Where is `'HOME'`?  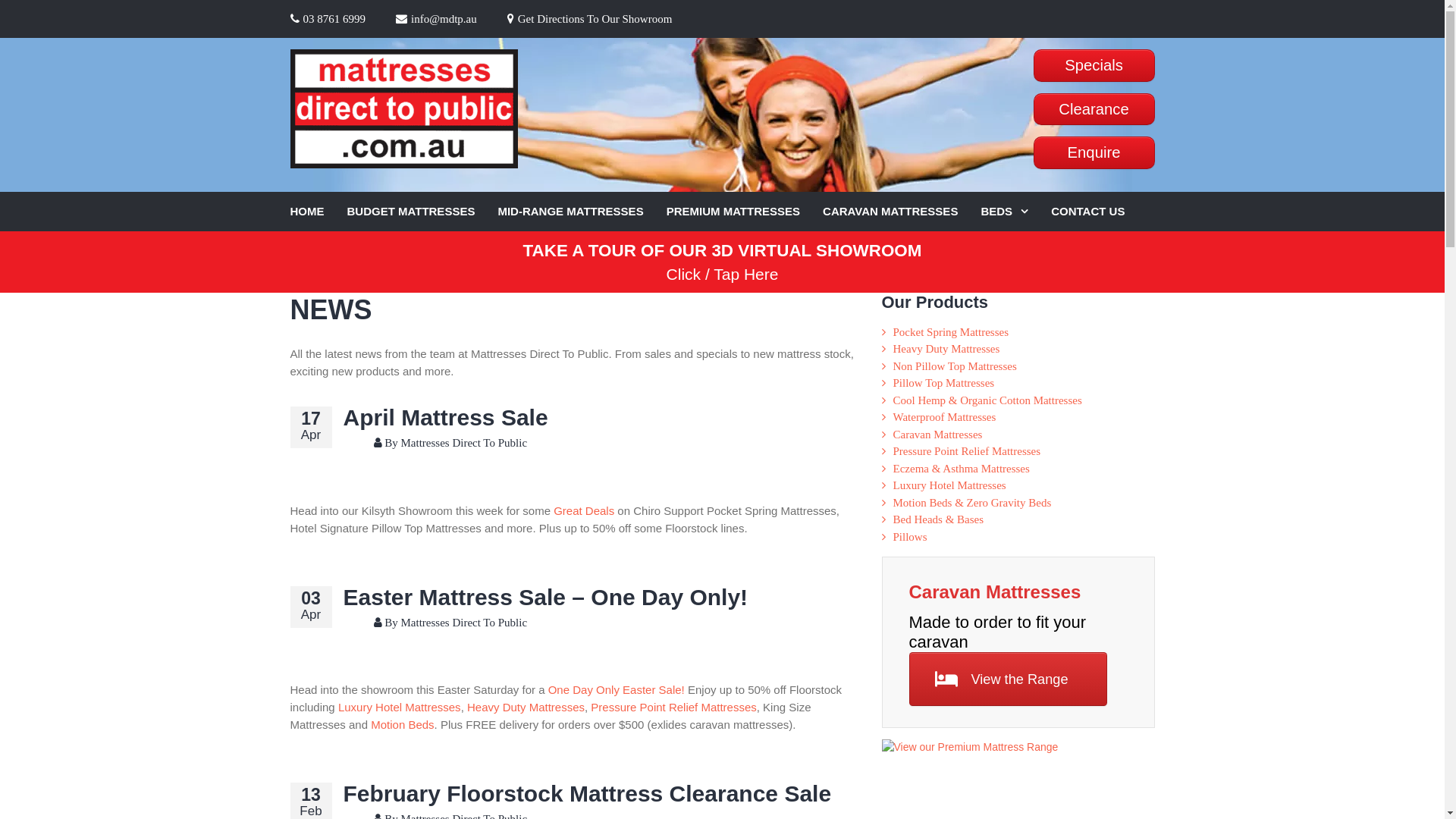
'HOME' is located at coordinates (317, 212).